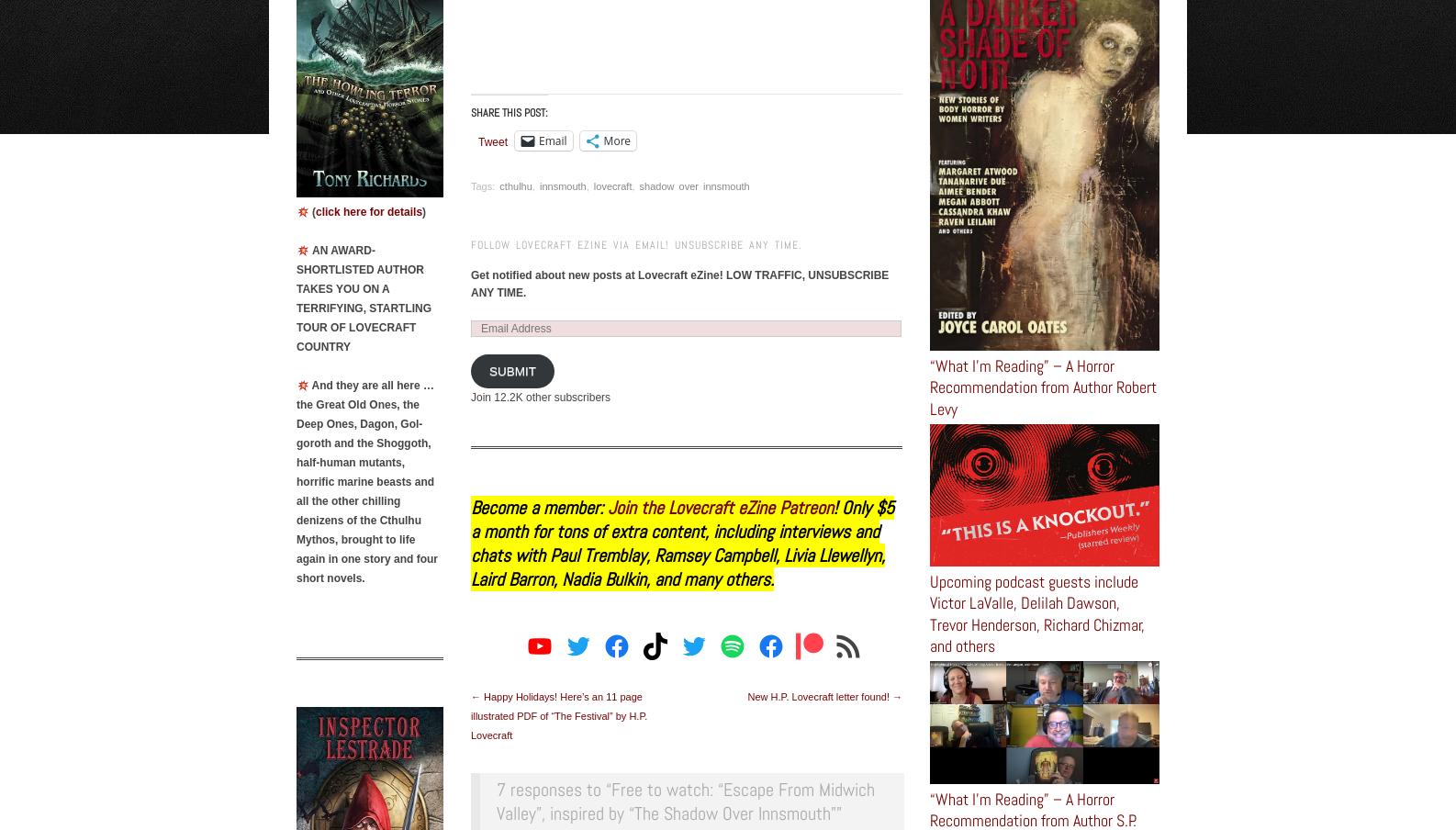 The width and height of the screenshot is (1456, 830). Describe the element at coordinates (509, 112) in the screenshot. I see `'SHARE THIS POST:'` at that location.